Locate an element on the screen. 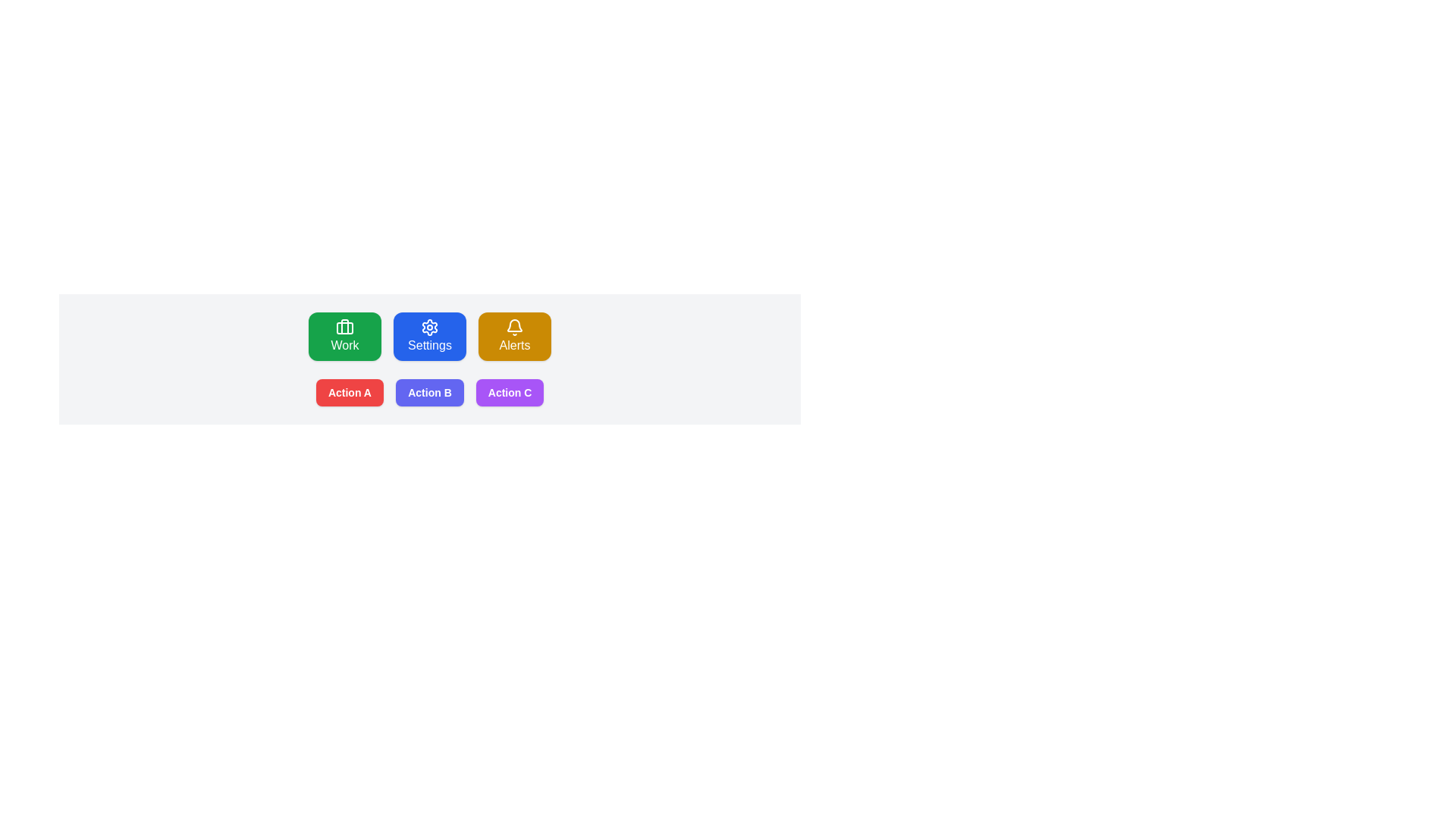  the text label reading 'Work' within the interactive button that has a green background and a briefcase icon above it is located at coordinates (344, 345).